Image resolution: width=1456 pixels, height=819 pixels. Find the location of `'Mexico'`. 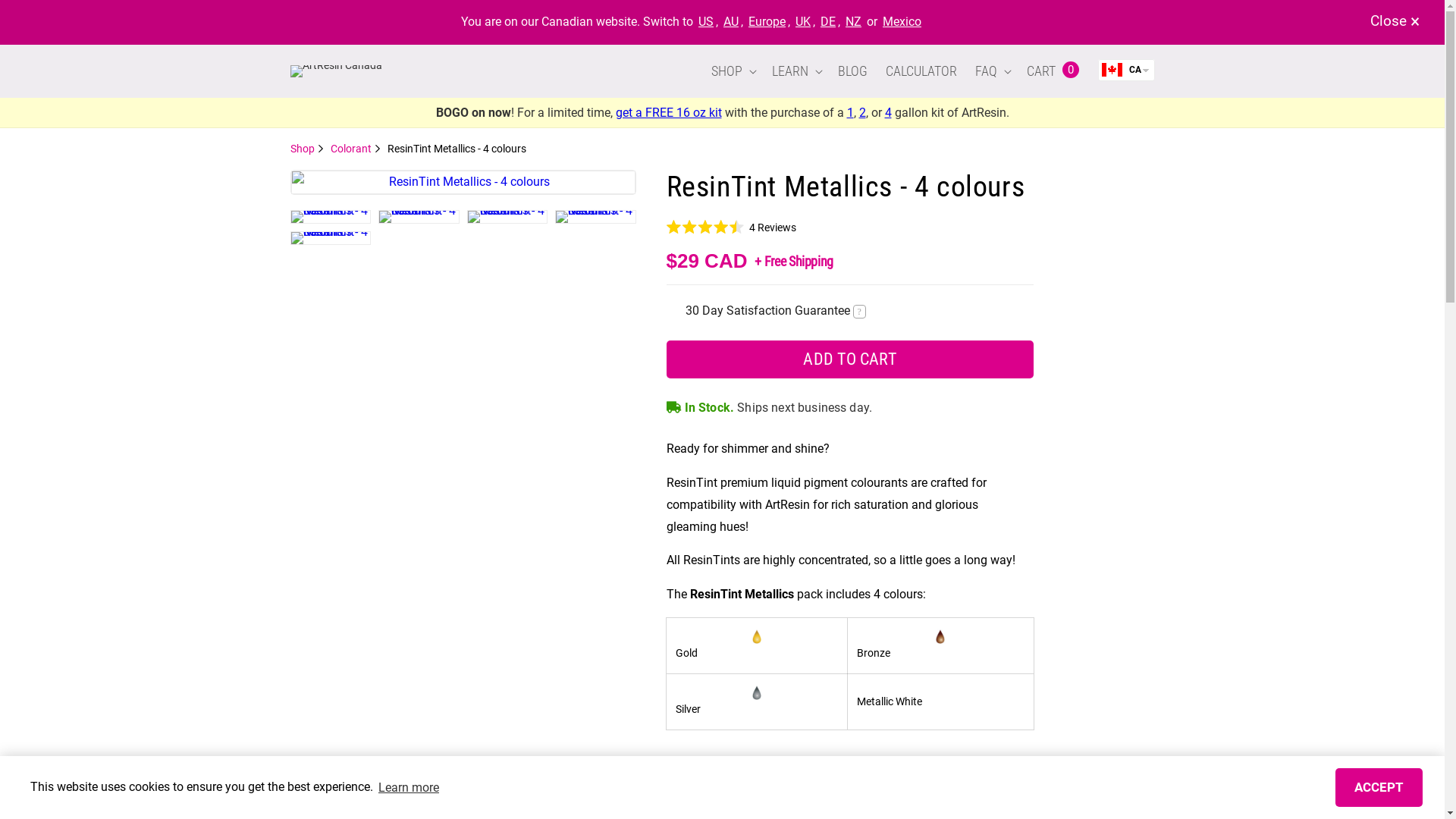

'Mexico' is located at coordinates (902, 21).